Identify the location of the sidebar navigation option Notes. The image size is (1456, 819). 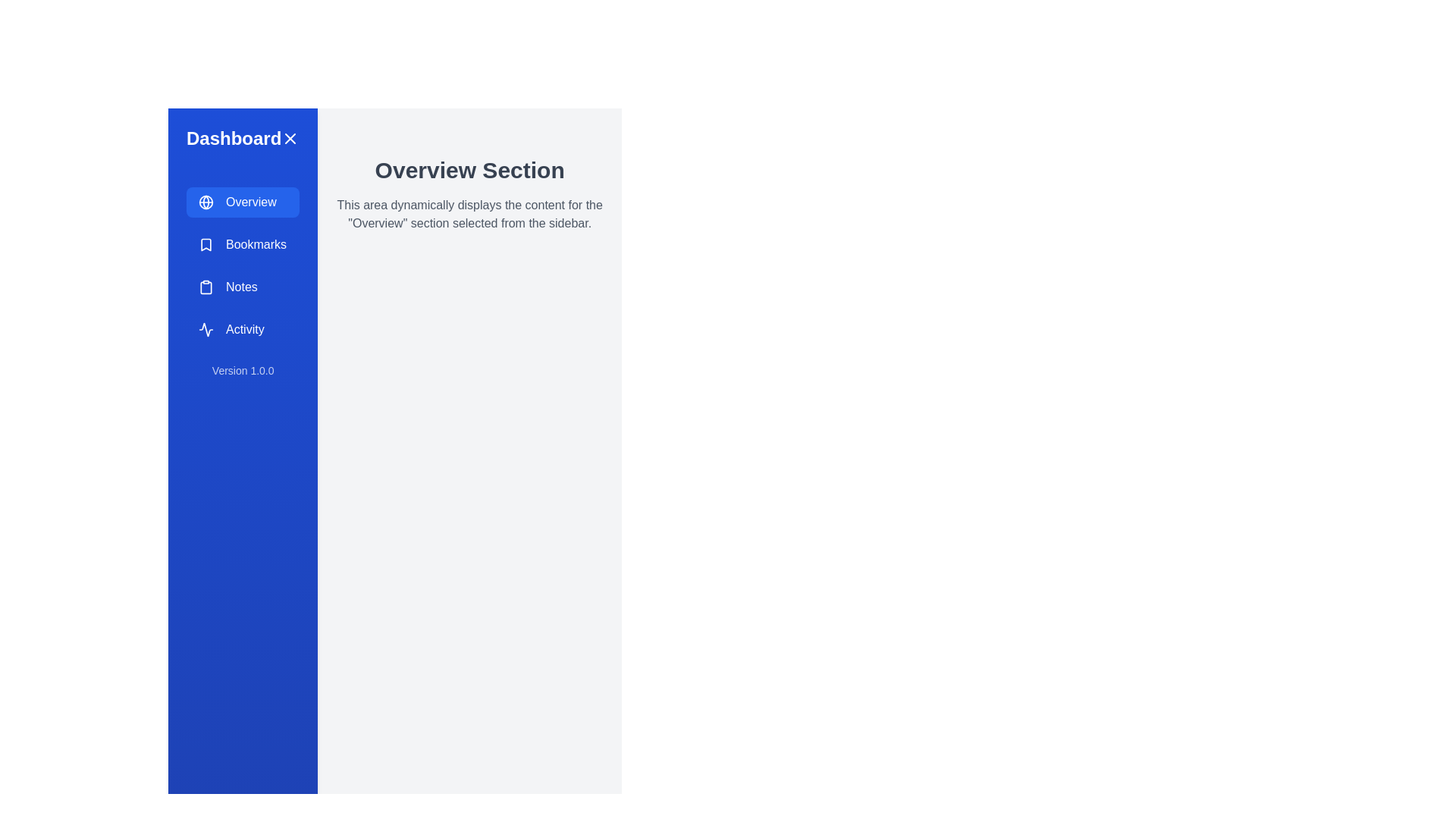
(243, 287).